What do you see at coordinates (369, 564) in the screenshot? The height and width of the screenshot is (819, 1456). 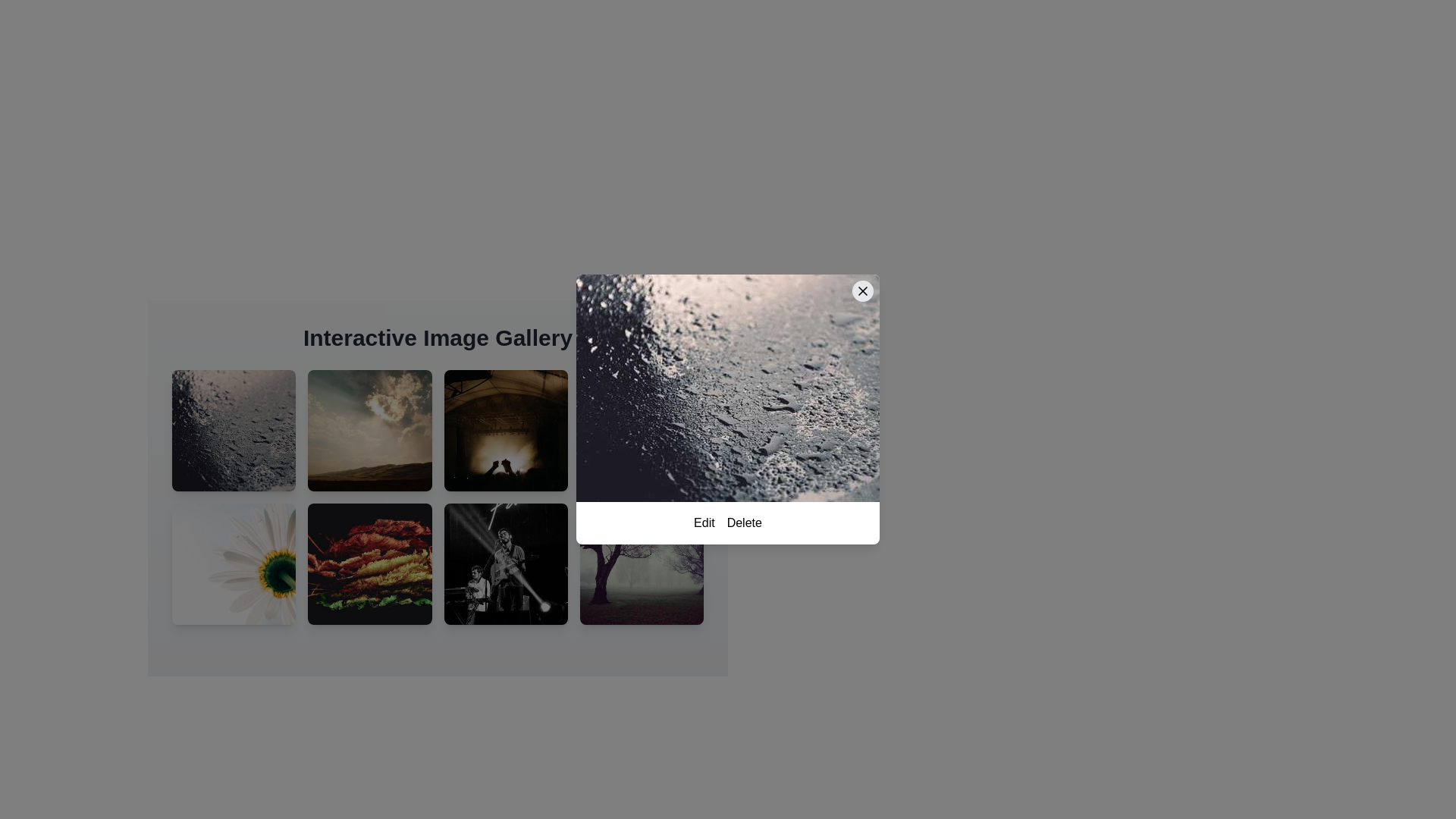 I see `the image tile displaying red and green fern-like structures` at bounding box center [369, 564].